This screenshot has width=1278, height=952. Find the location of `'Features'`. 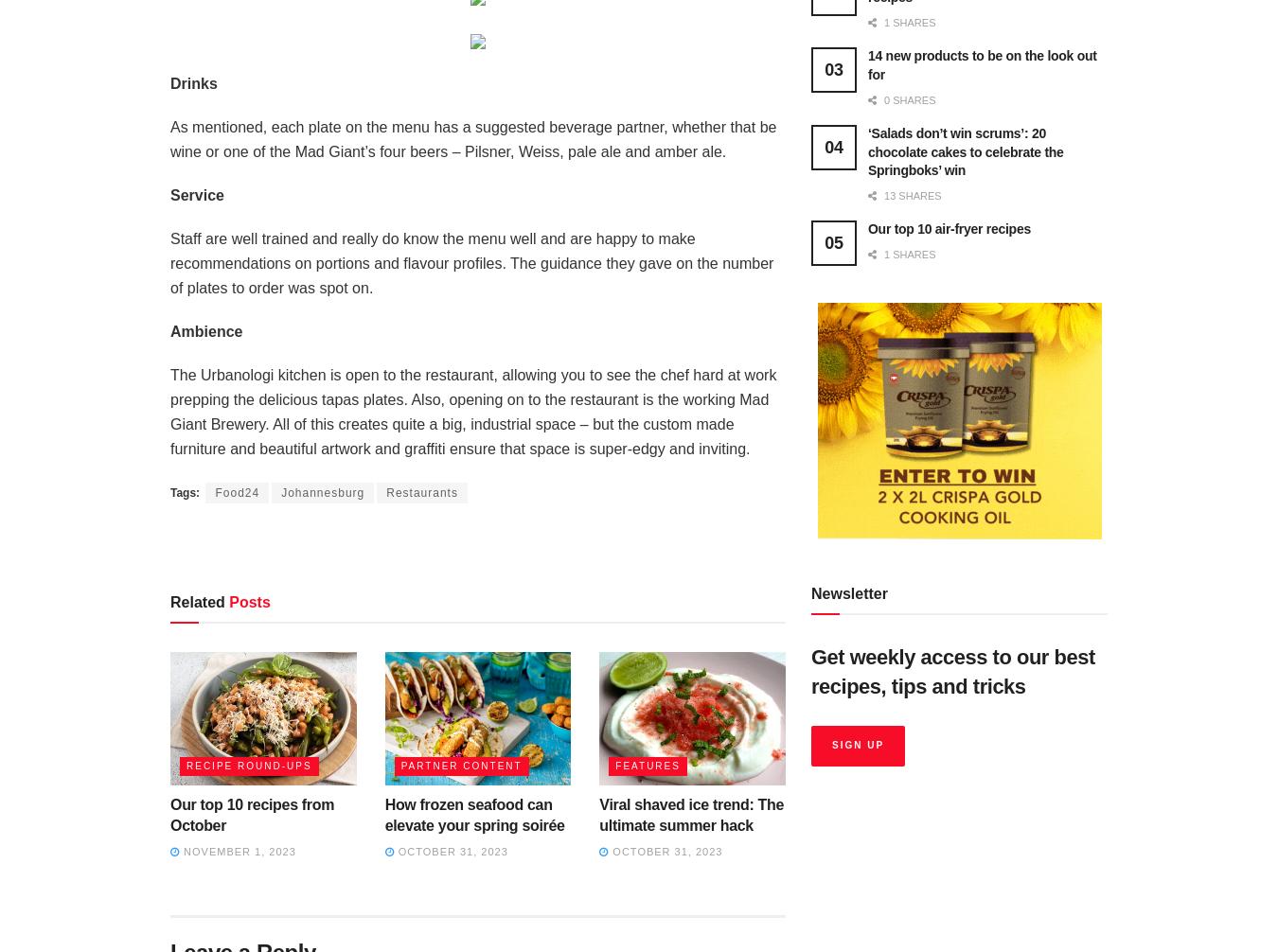

'Features' is located at coordinates (647, 764).